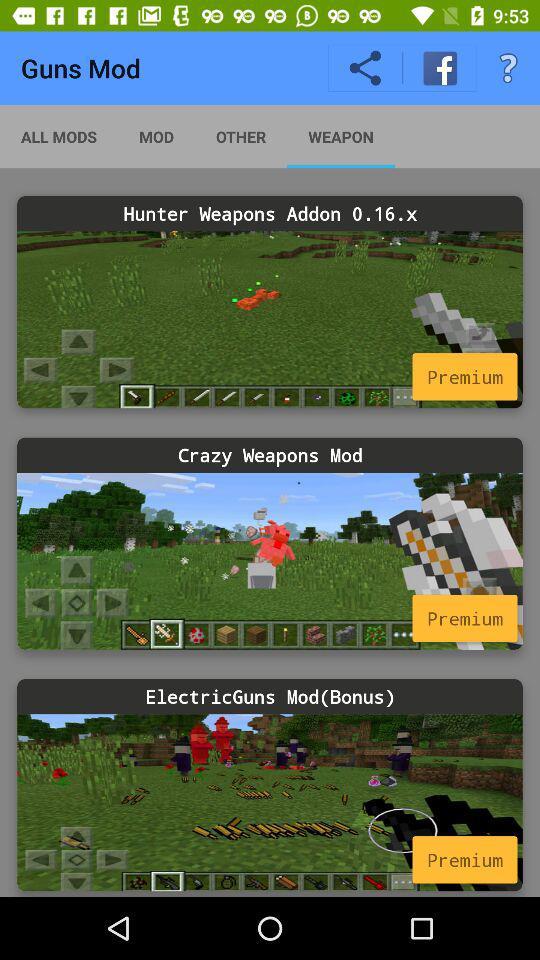 The height and width of the screenshot is (960, 540). Describe the element at coordinates (270, 319) in the screenshot. I see `click in a more image` at that location.